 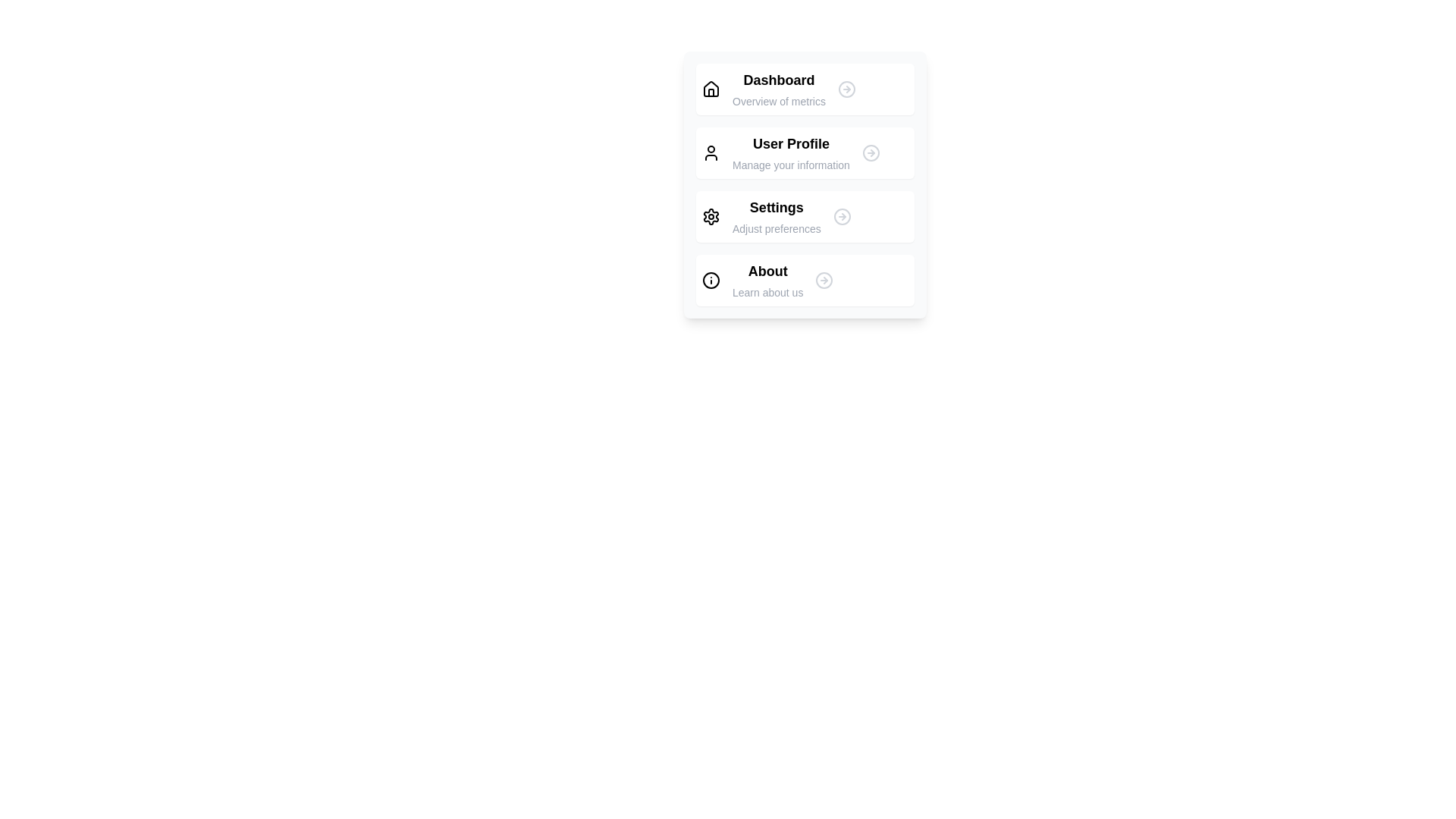 I want to click on the profile management button located below the 'Dashboard' card and above the 'Settings' card in the vertical list of cards, so click(x=804, y=152).